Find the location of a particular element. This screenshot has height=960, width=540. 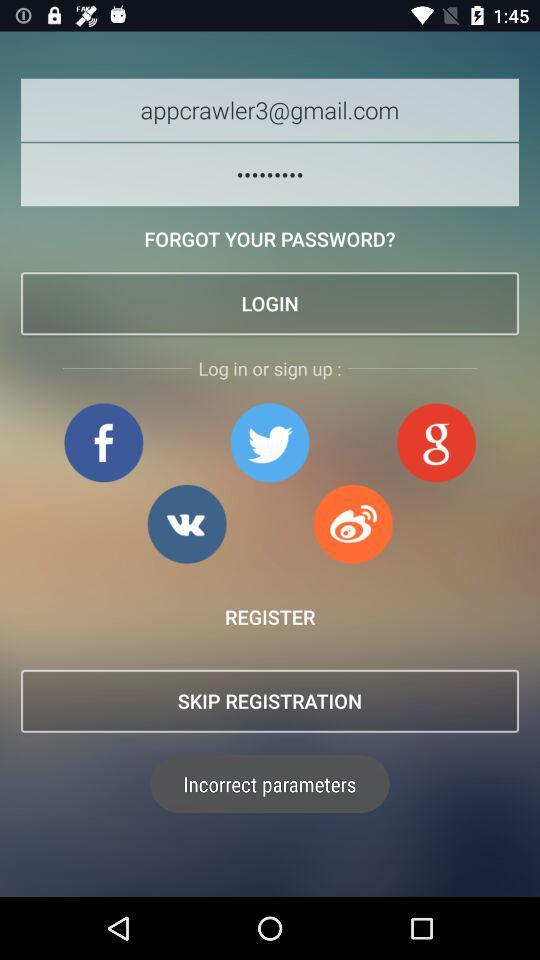

google simple page is located at coordinates (435, 442).